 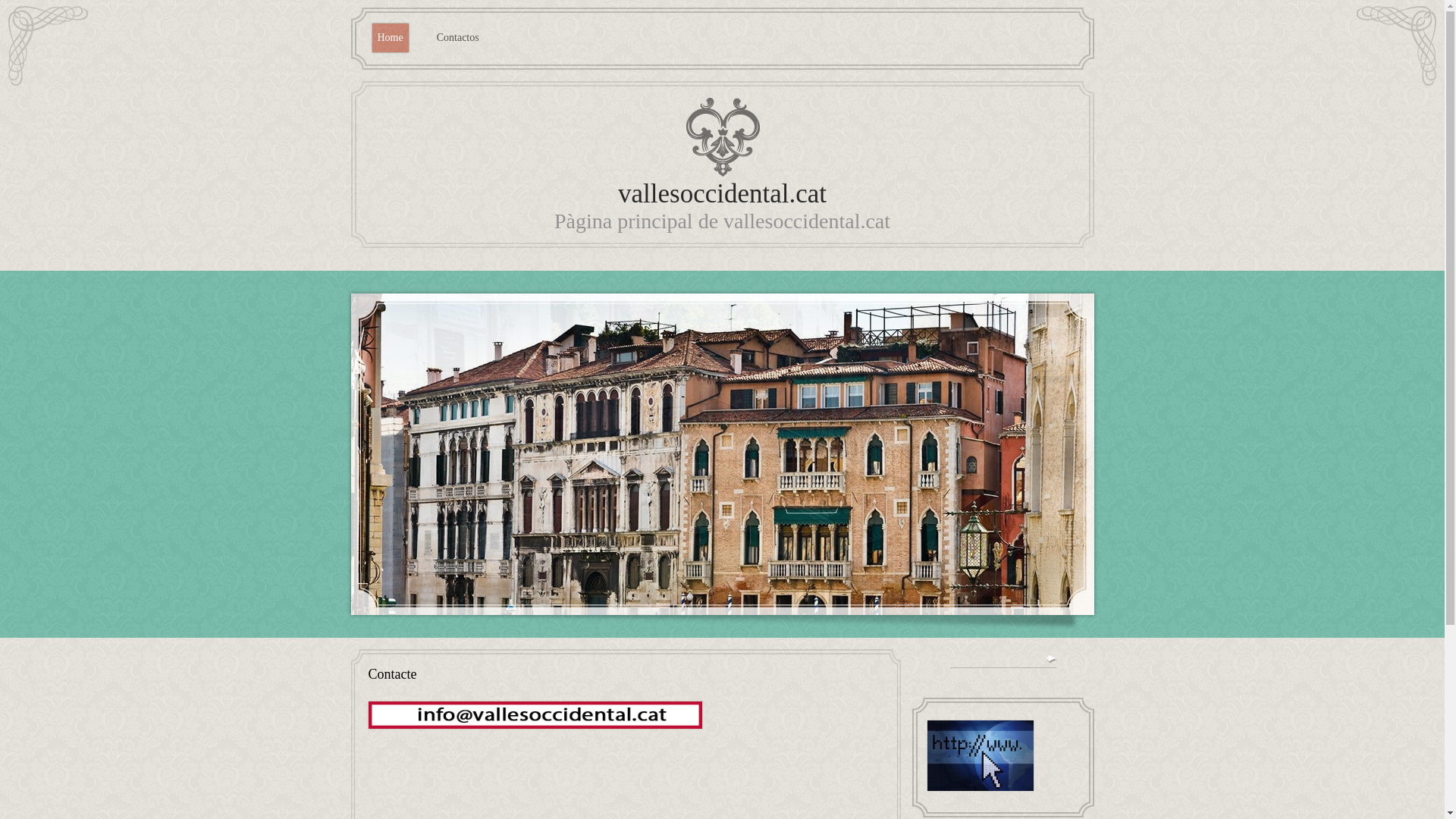 What do you see at coordinates (721, 193) in the screenshot?
I see `'vallesoccidental.cat'` at bounding box center [721, 193].